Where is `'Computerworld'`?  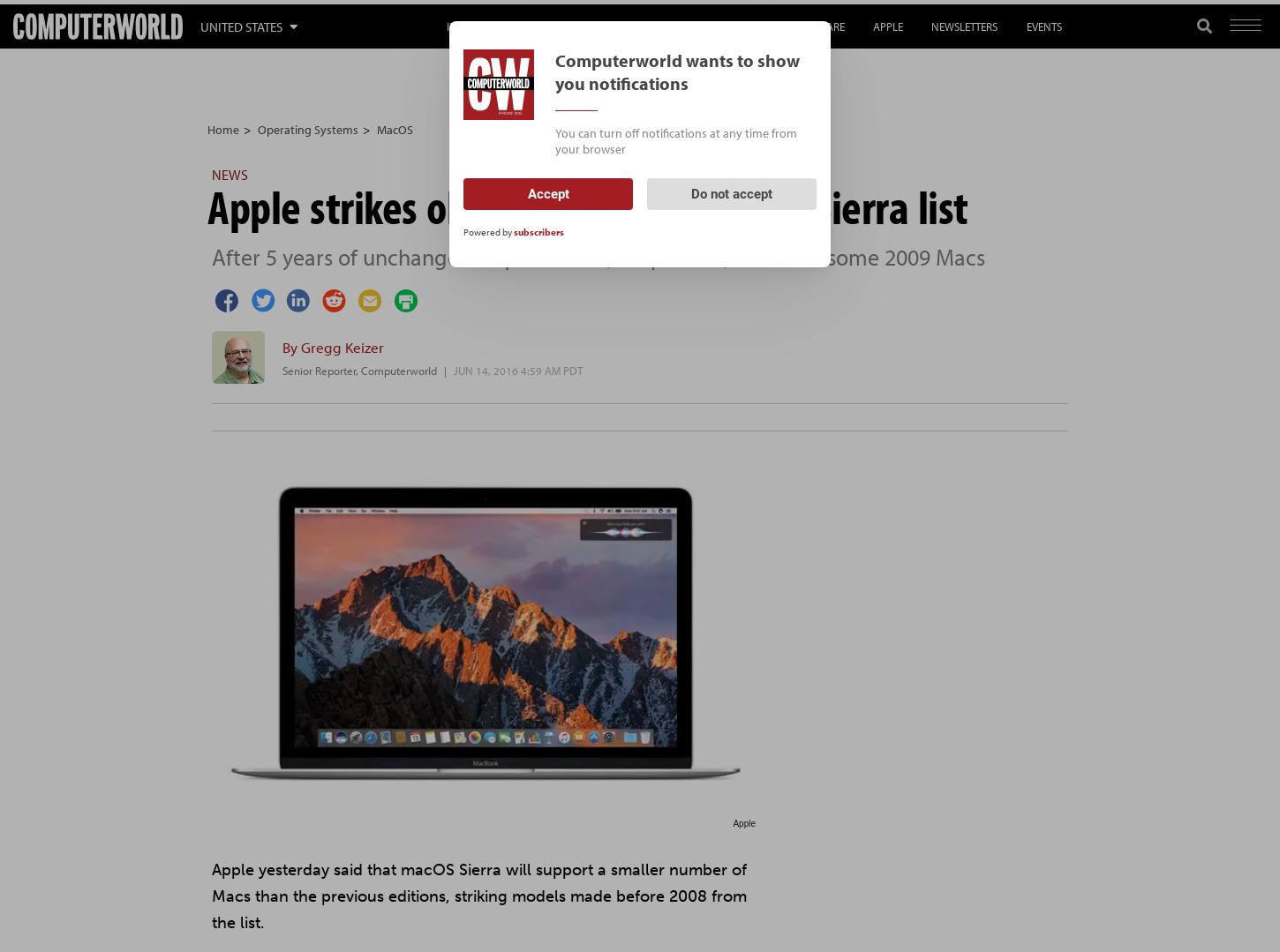
'Computerworld' is located at coordinates (397, 369).